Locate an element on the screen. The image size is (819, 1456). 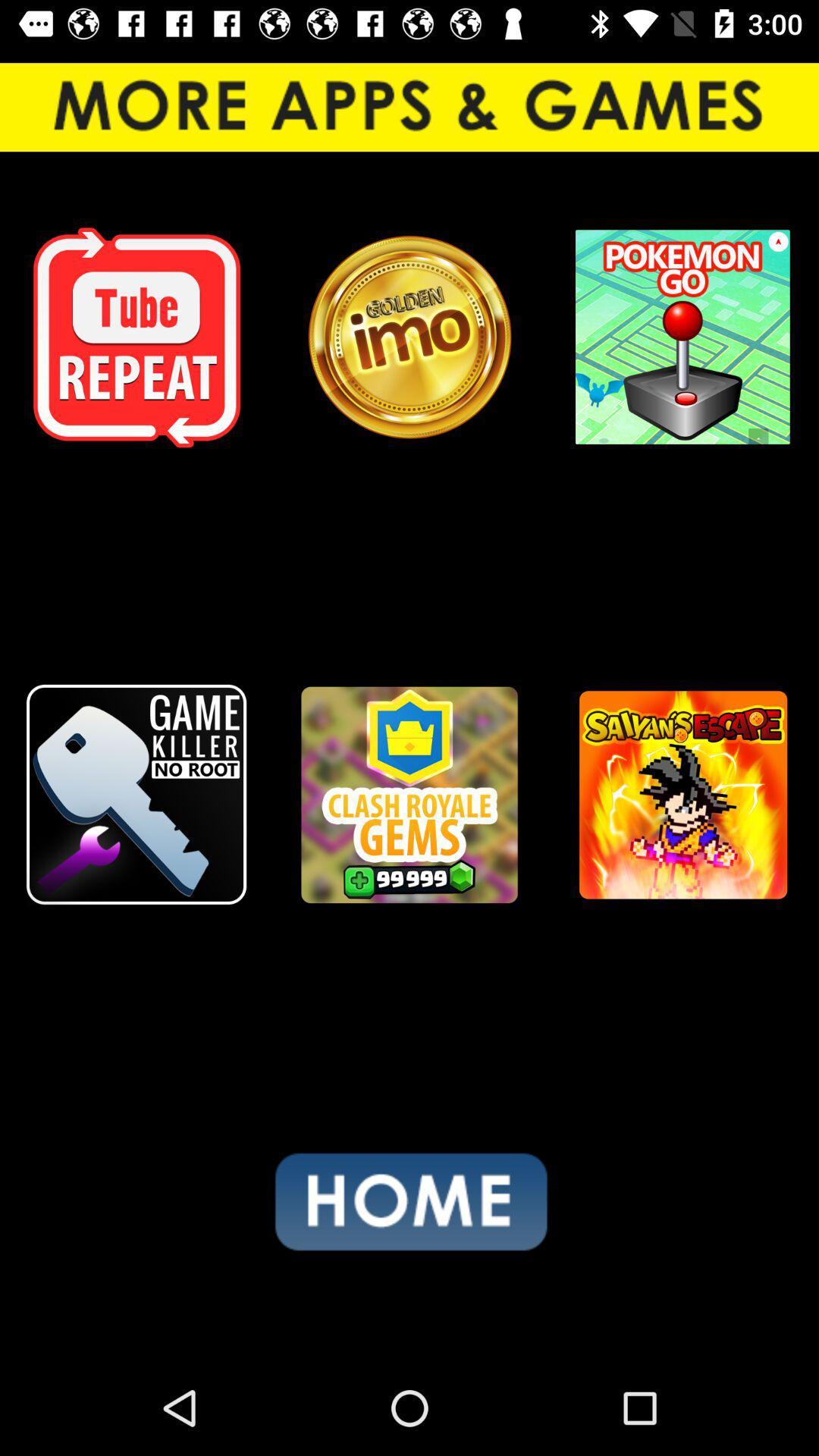
app is located at coordinates (136, 337).